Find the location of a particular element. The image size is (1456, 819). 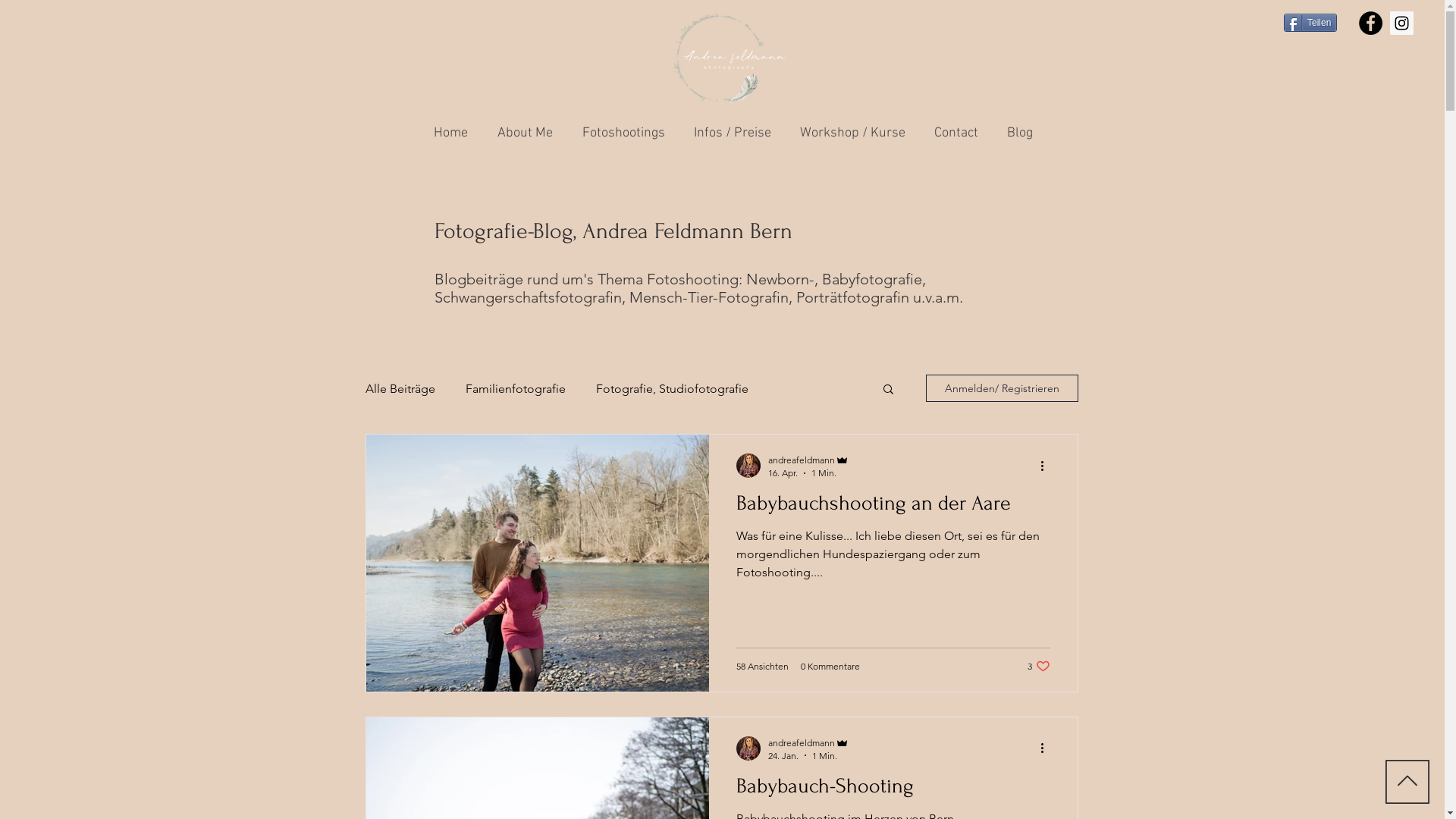

'Fotografie, Studiofotografie' is located at coordinates (595, 387).